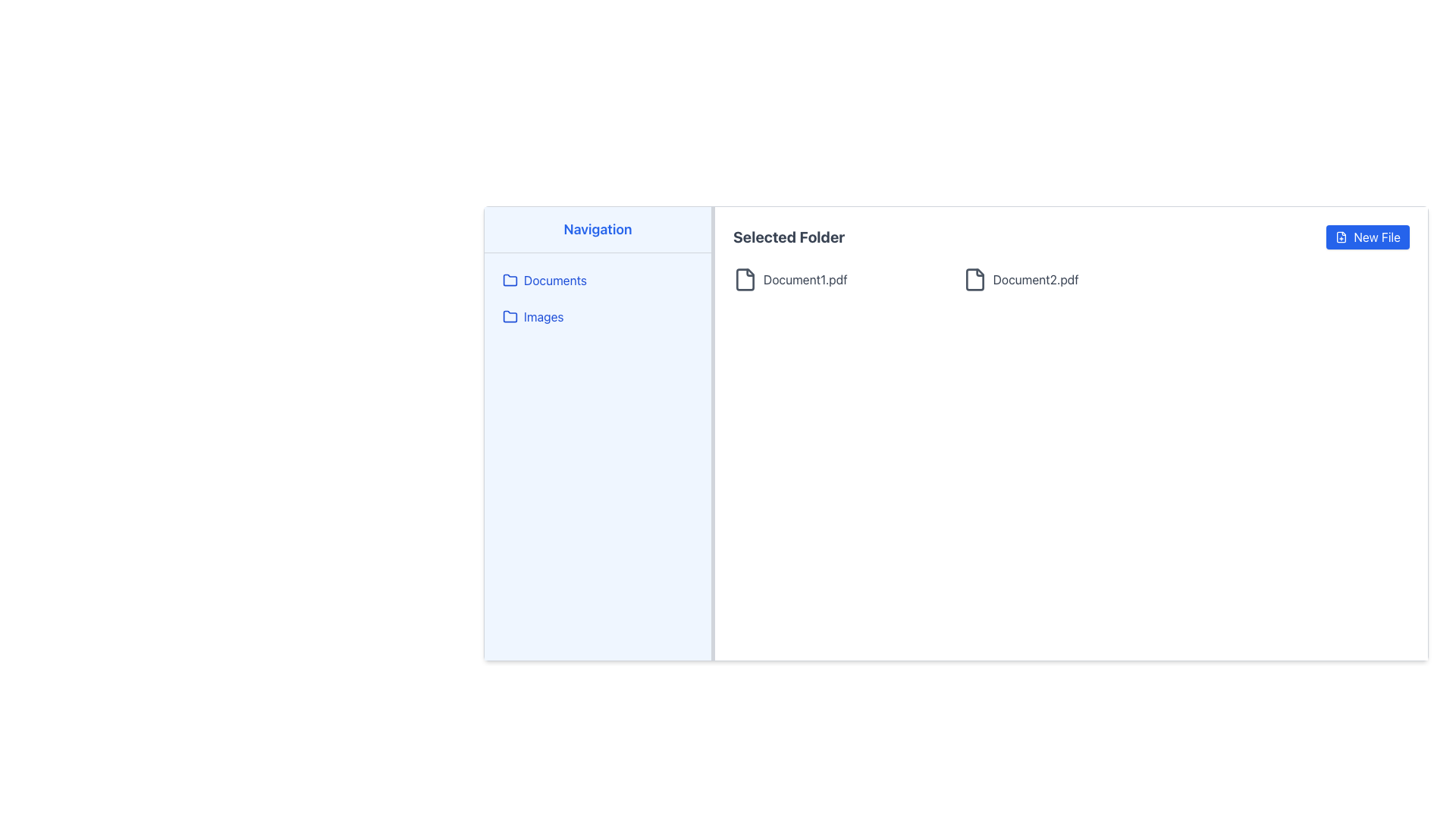 The height and width of the screenshot is (819, 1456). What do you see at coordinates (544, 315) in the screenshot?
I see `the 'Images' text label in the navigation menu` at bounding box center [544, 315].